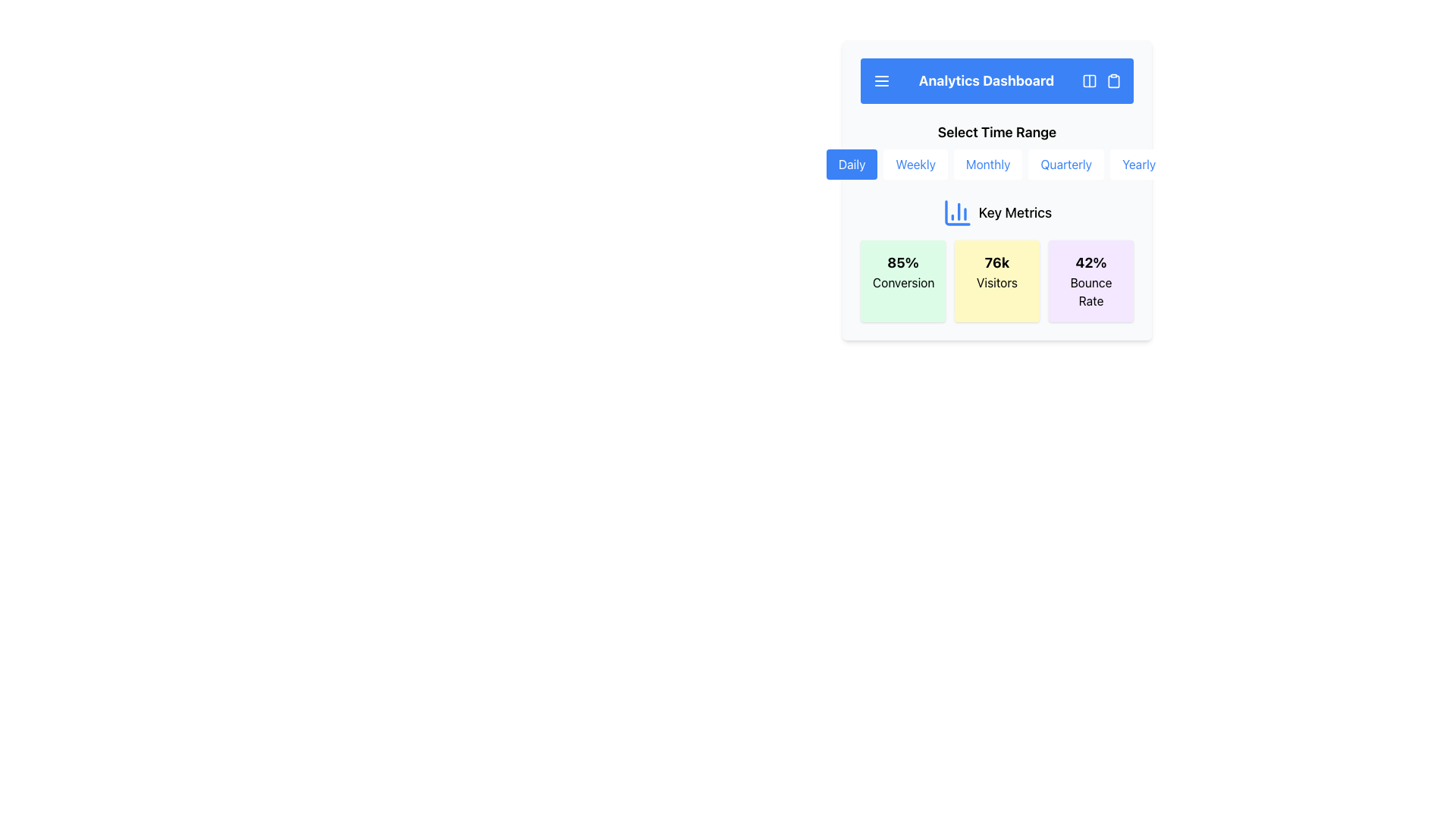  What do you see at coordinates (902, 281) in the screenshot?
I see `the '85% Conversion' statistical display located in the 'Key Metrics' section of the dashboard, which is the leftmost of three similar elements` at bounding box center [902, 281].